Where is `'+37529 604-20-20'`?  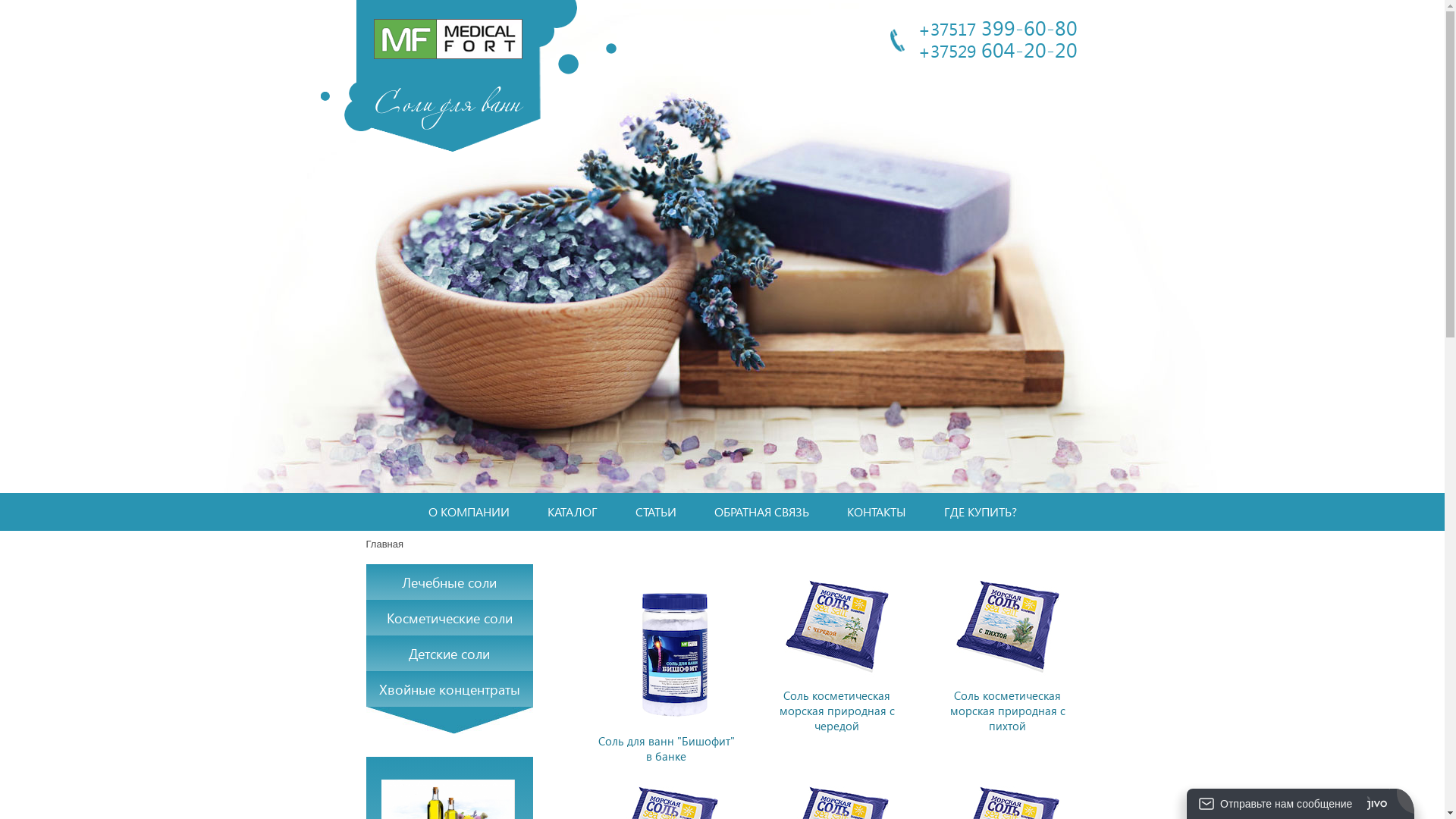 '+37529 604-20-20' is located at coordinates (997, 48).